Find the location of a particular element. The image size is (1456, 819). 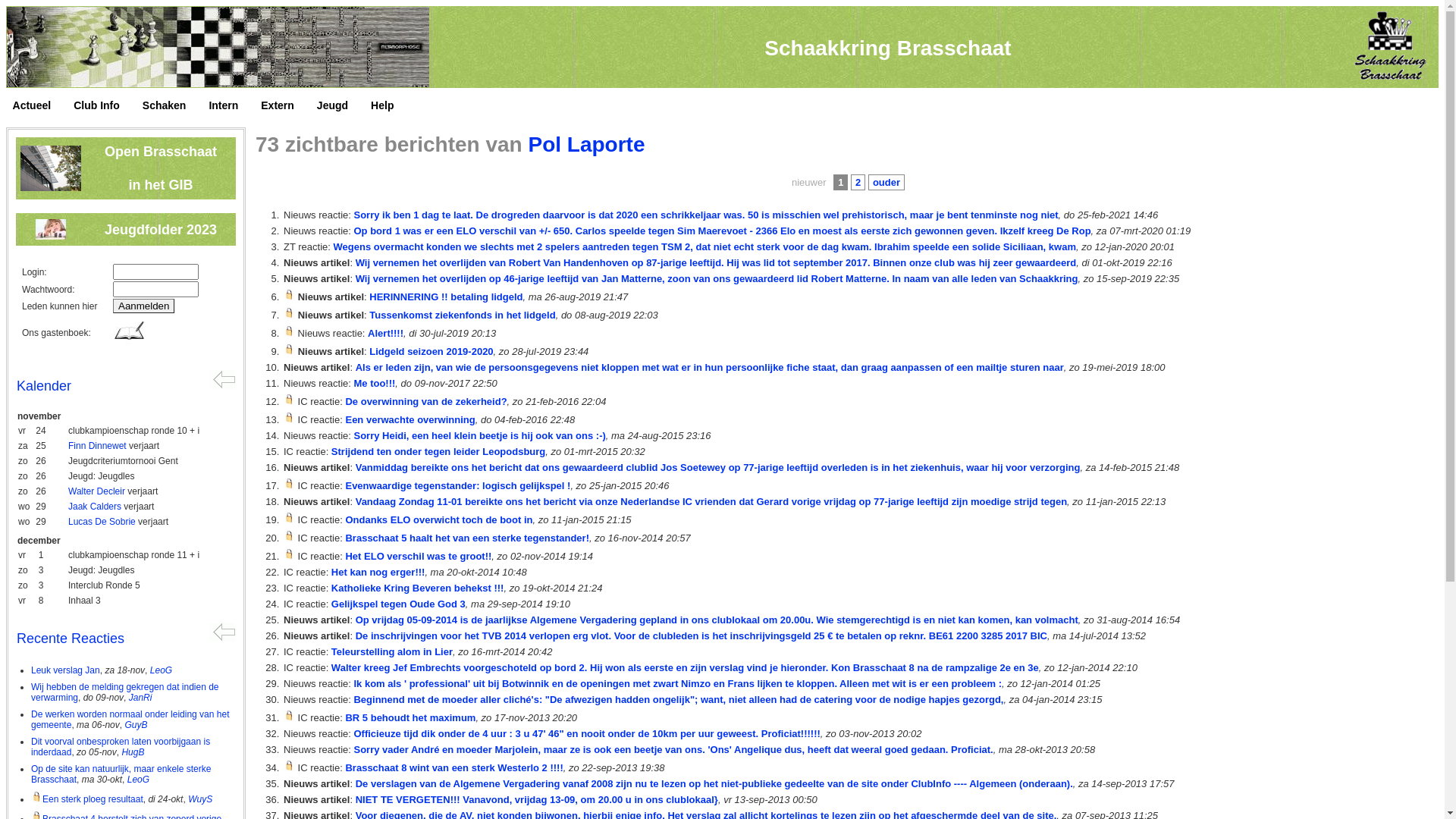

'1' is located at coordinates (833, 181).